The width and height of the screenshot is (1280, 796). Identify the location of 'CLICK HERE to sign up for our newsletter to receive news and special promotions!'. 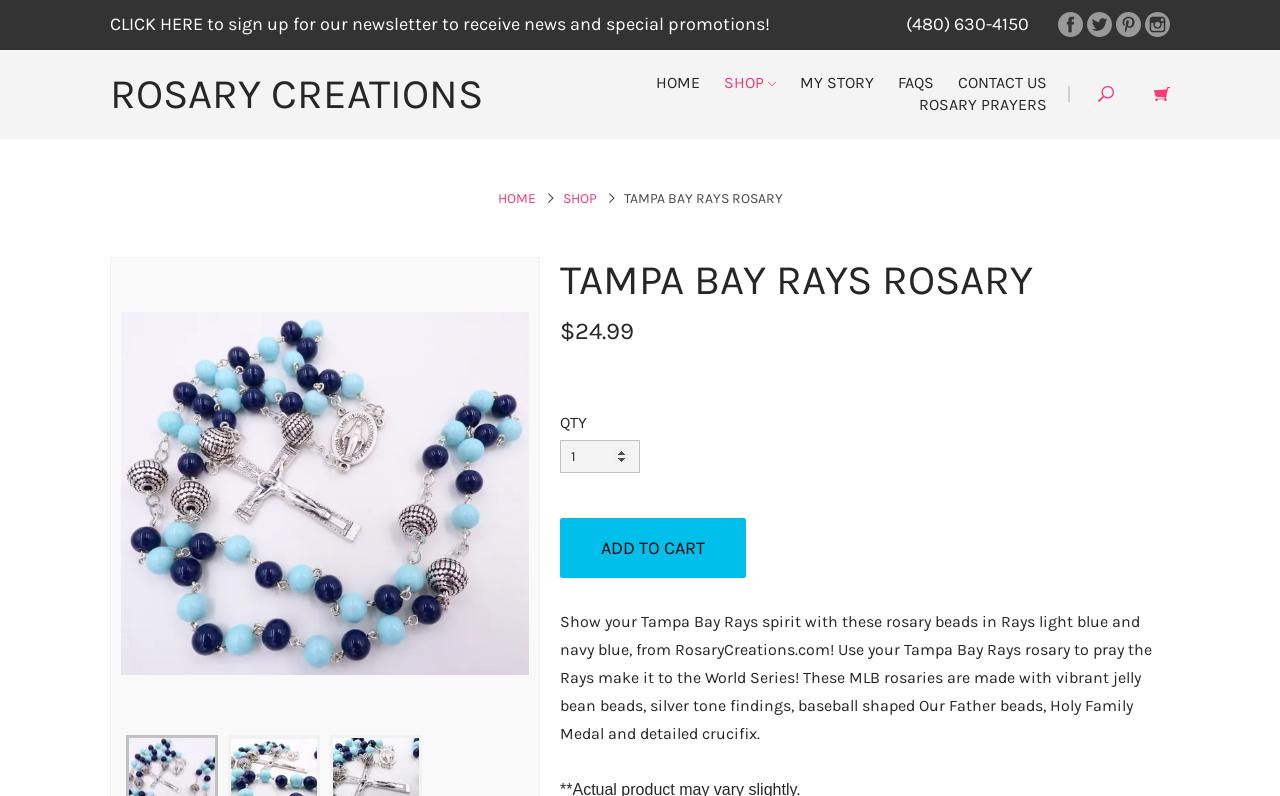
(439, 23).